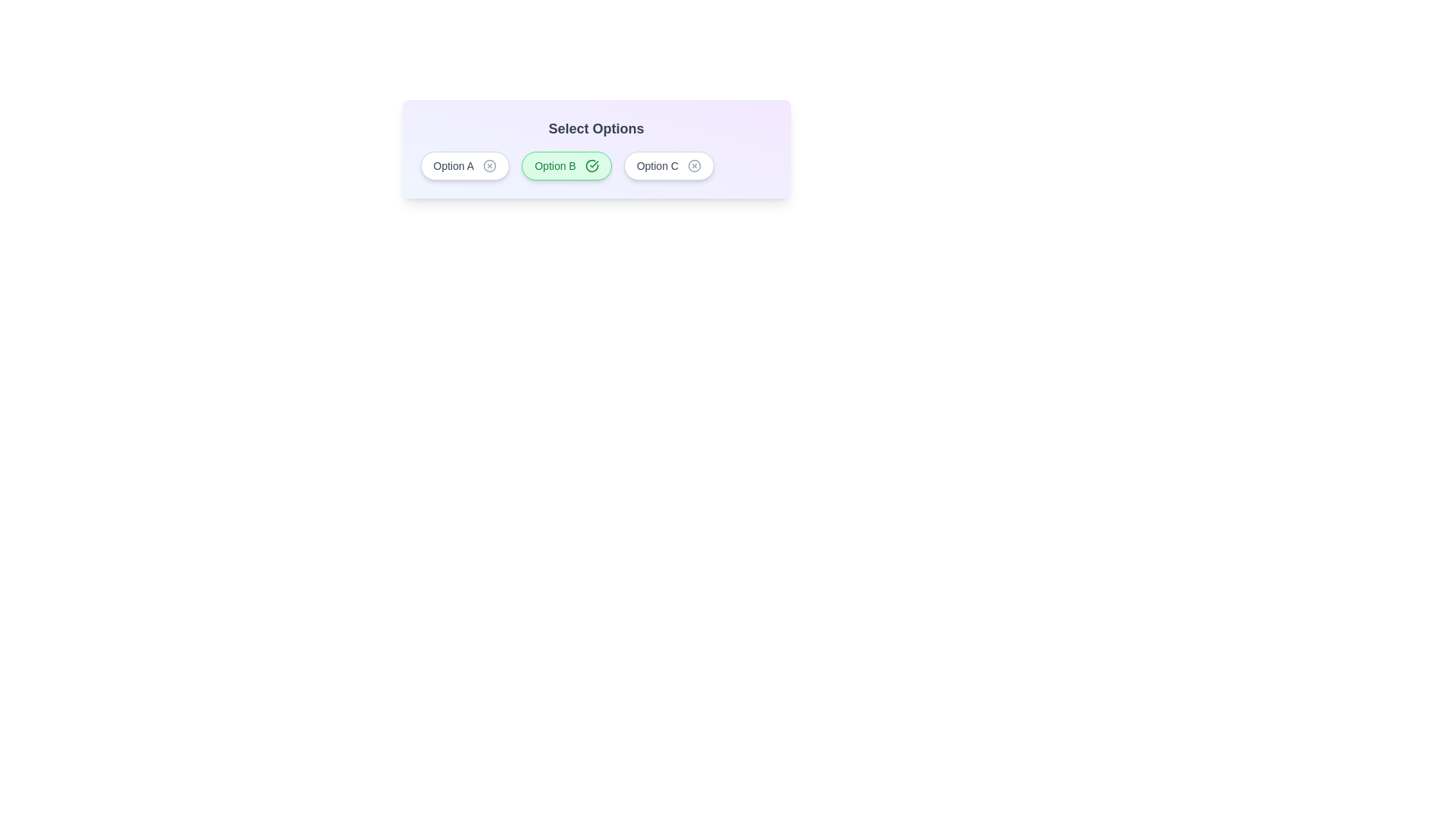 Image resolution: width=1456 pixels, height=819 pixels. Describe the element at coordinates (668, 166) in the screenshot. I see `the chip labeled Option C` at that location.